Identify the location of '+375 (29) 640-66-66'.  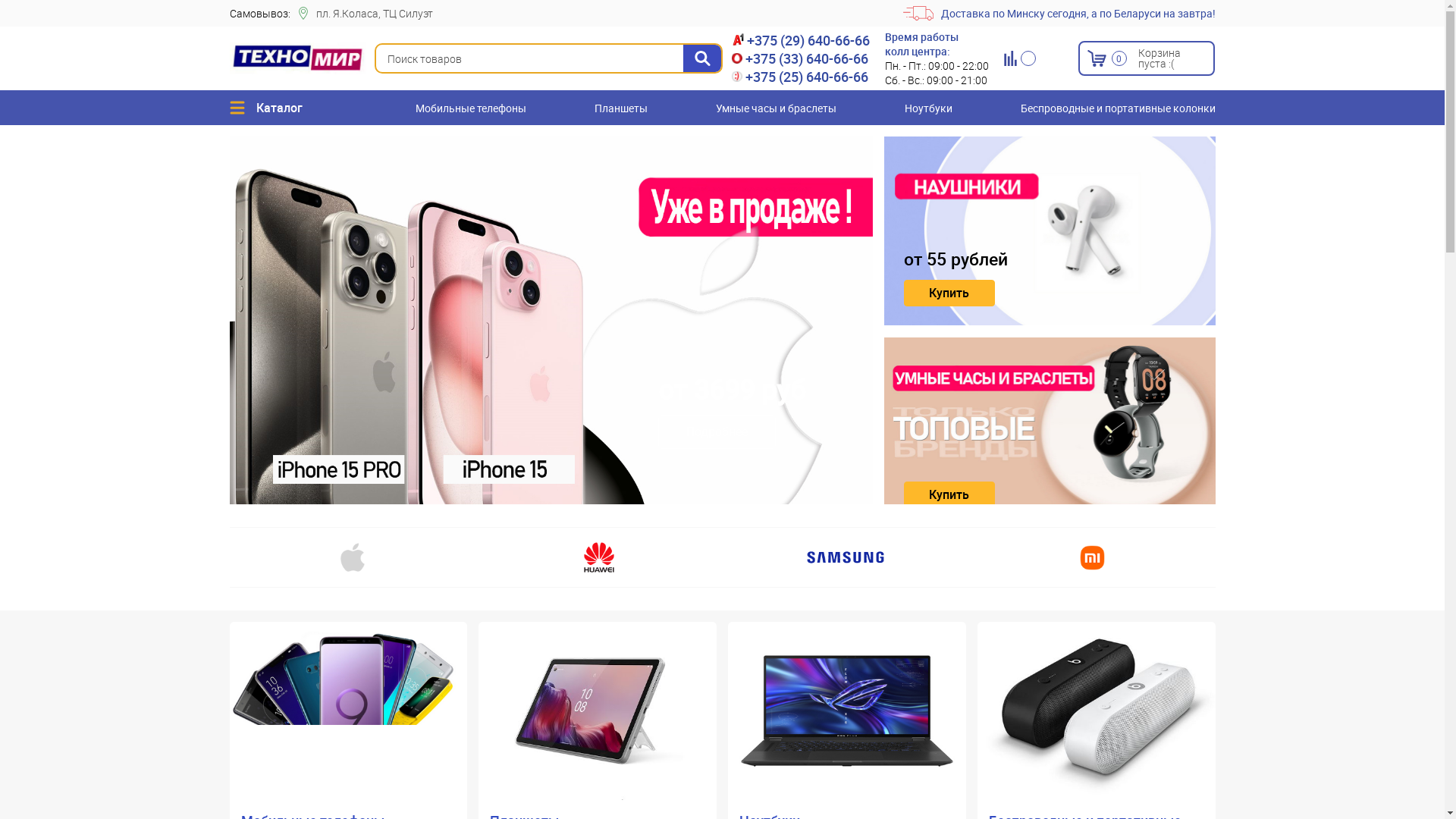
(800, 39).